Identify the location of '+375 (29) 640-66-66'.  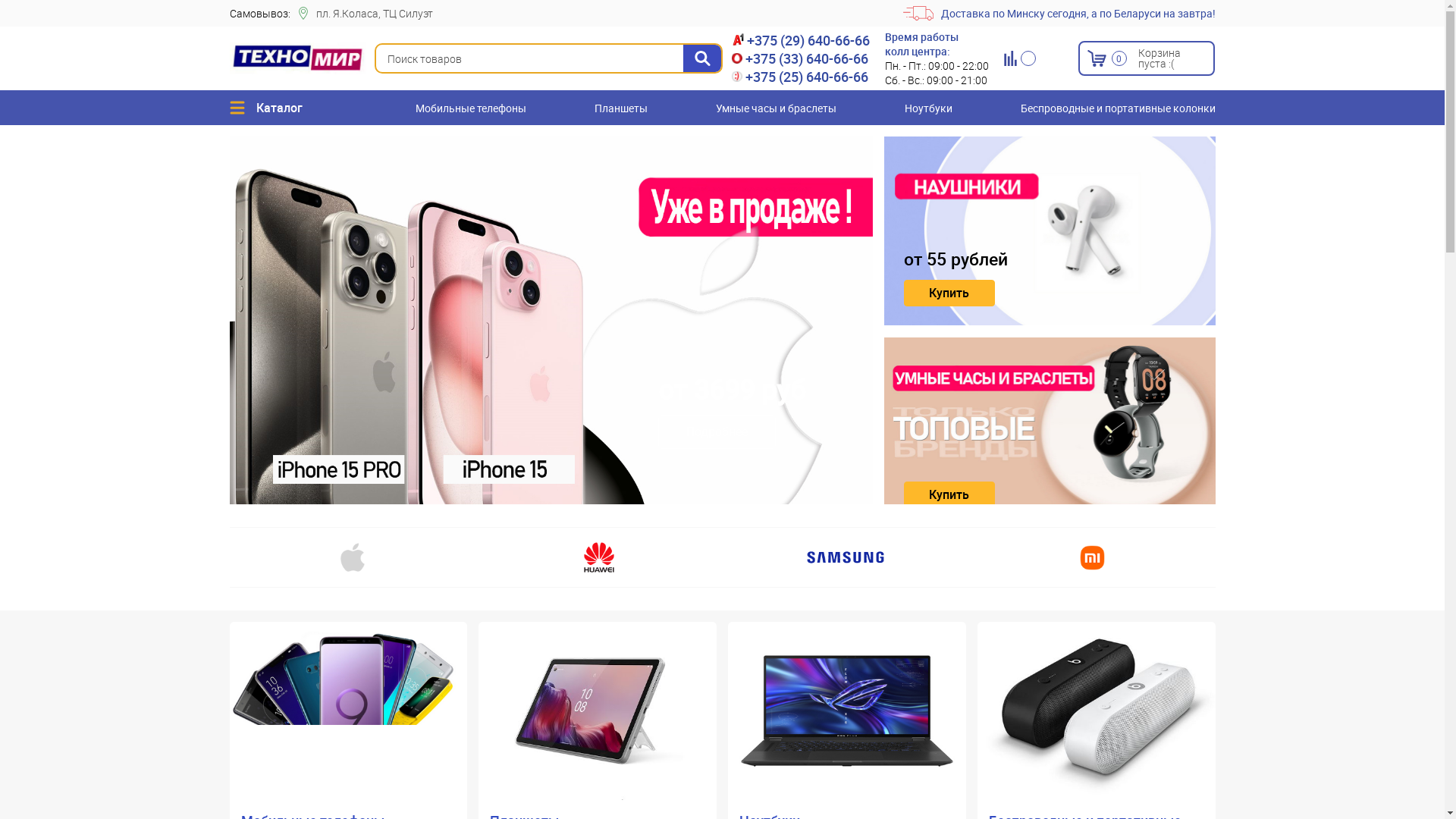
(800, 39).